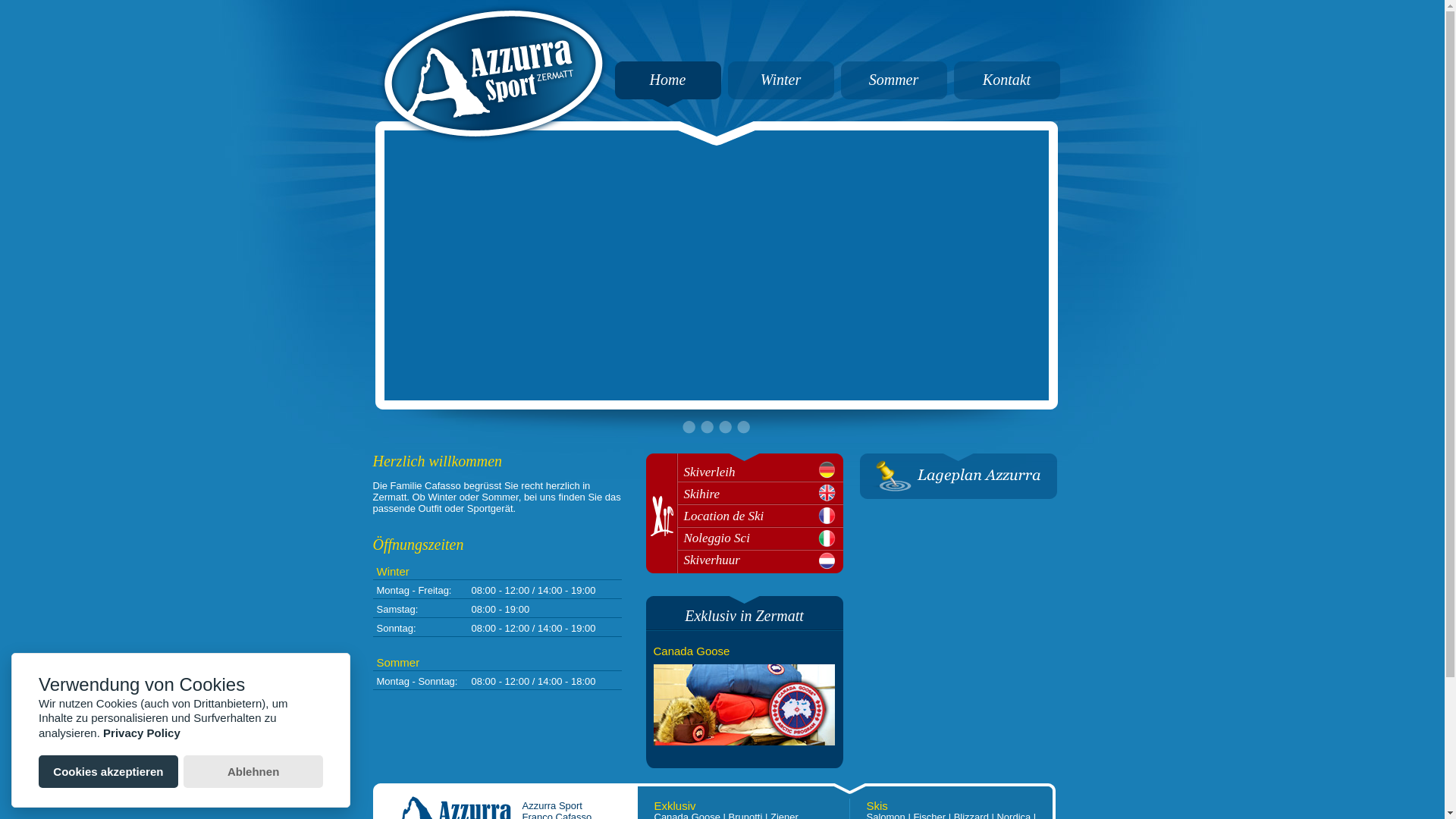 This screenshot has width=1456, height=819. Describe the element at coordinates (683, 515) in the screenshot. I see `'Location de Ski'` at that location.